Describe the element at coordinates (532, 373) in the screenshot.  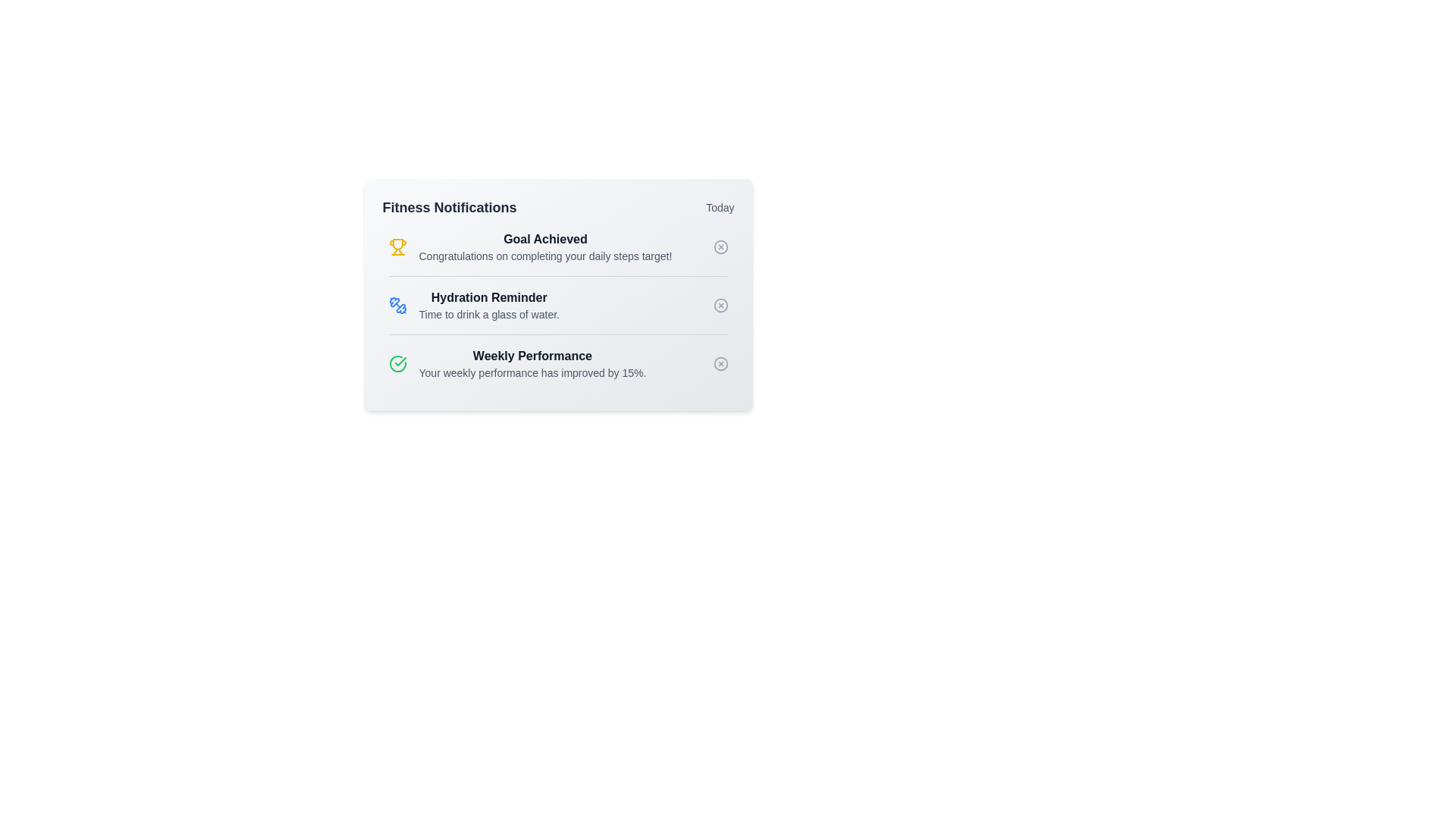
I see `the text element displaying 'Your weekly performance has improved by 15%' located below the 'Weekly Performance' header in the 'Fitness Notifications' section` at that location.